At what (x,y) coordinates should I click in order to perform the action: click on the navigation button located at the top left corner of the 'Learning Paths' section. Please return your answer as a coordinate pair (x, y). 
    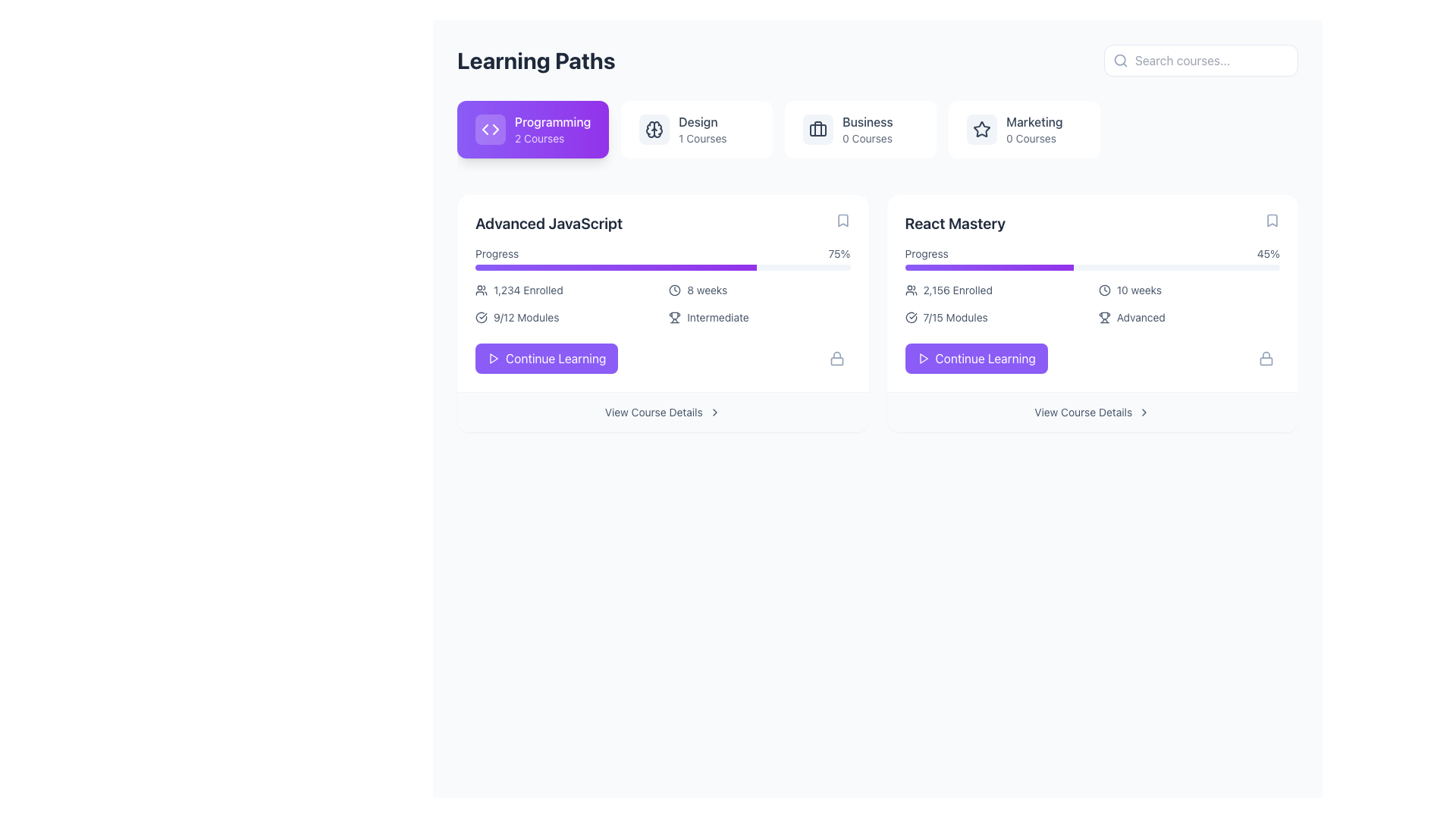
    Looking at the image, I should click on (532, 128).